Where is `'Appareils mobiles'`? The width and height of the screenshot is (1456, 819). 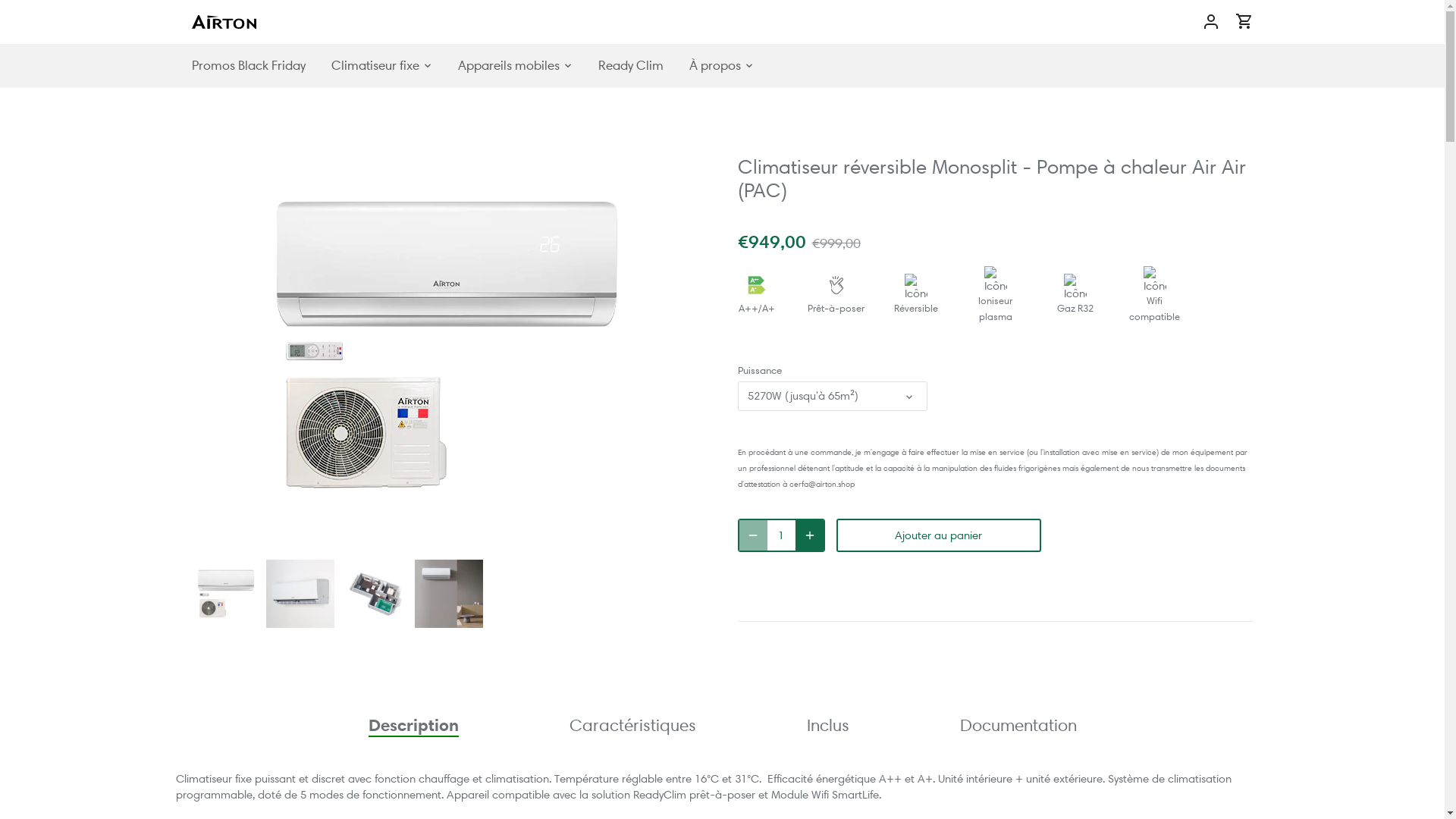
'Appareils mobiles' is located at coordinates (508, 64).